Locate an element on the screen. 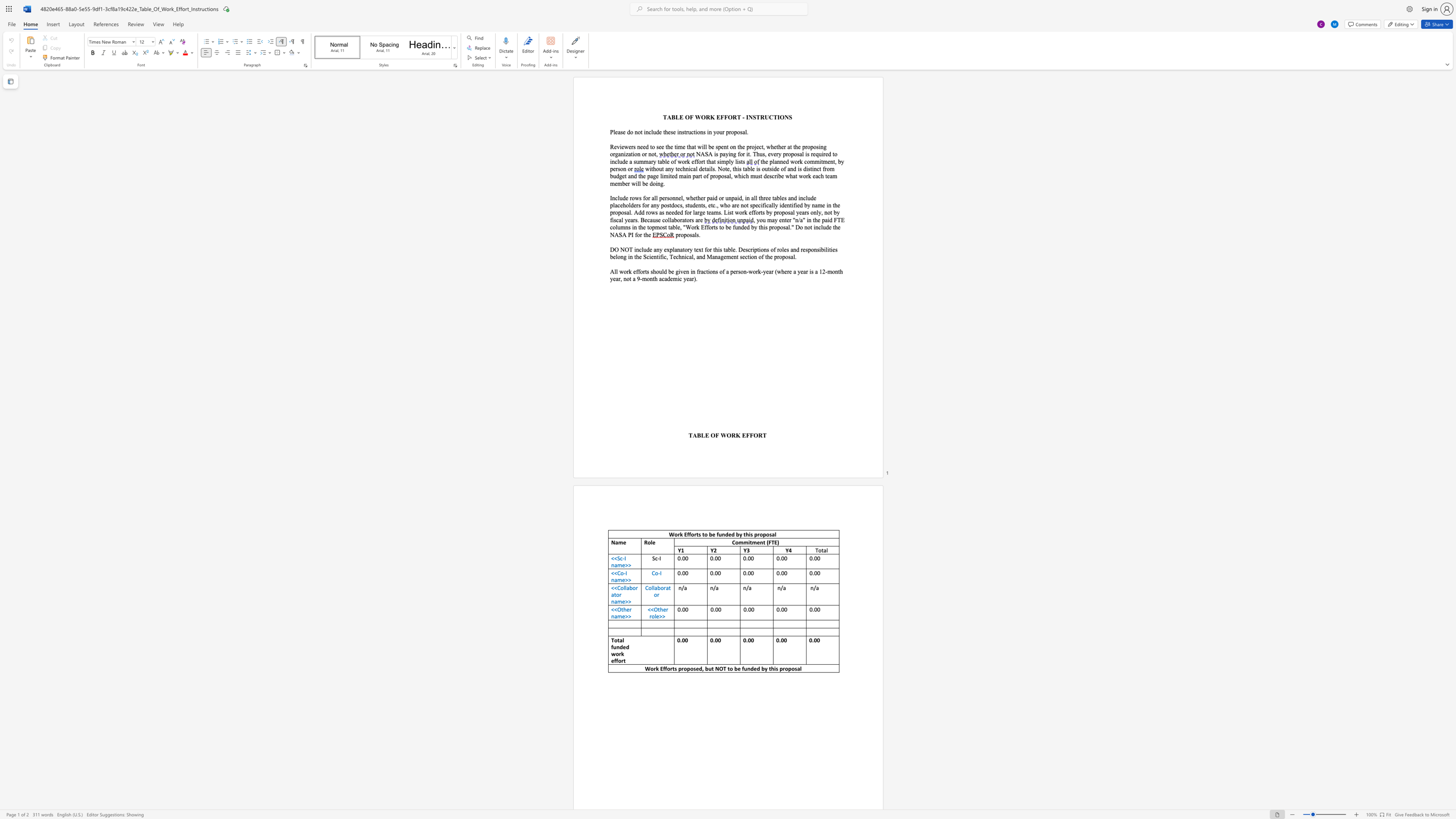 The image size is (1456, 819). the space between the continuous character "F" and "O" in the text is located at coordinates (753, 435).